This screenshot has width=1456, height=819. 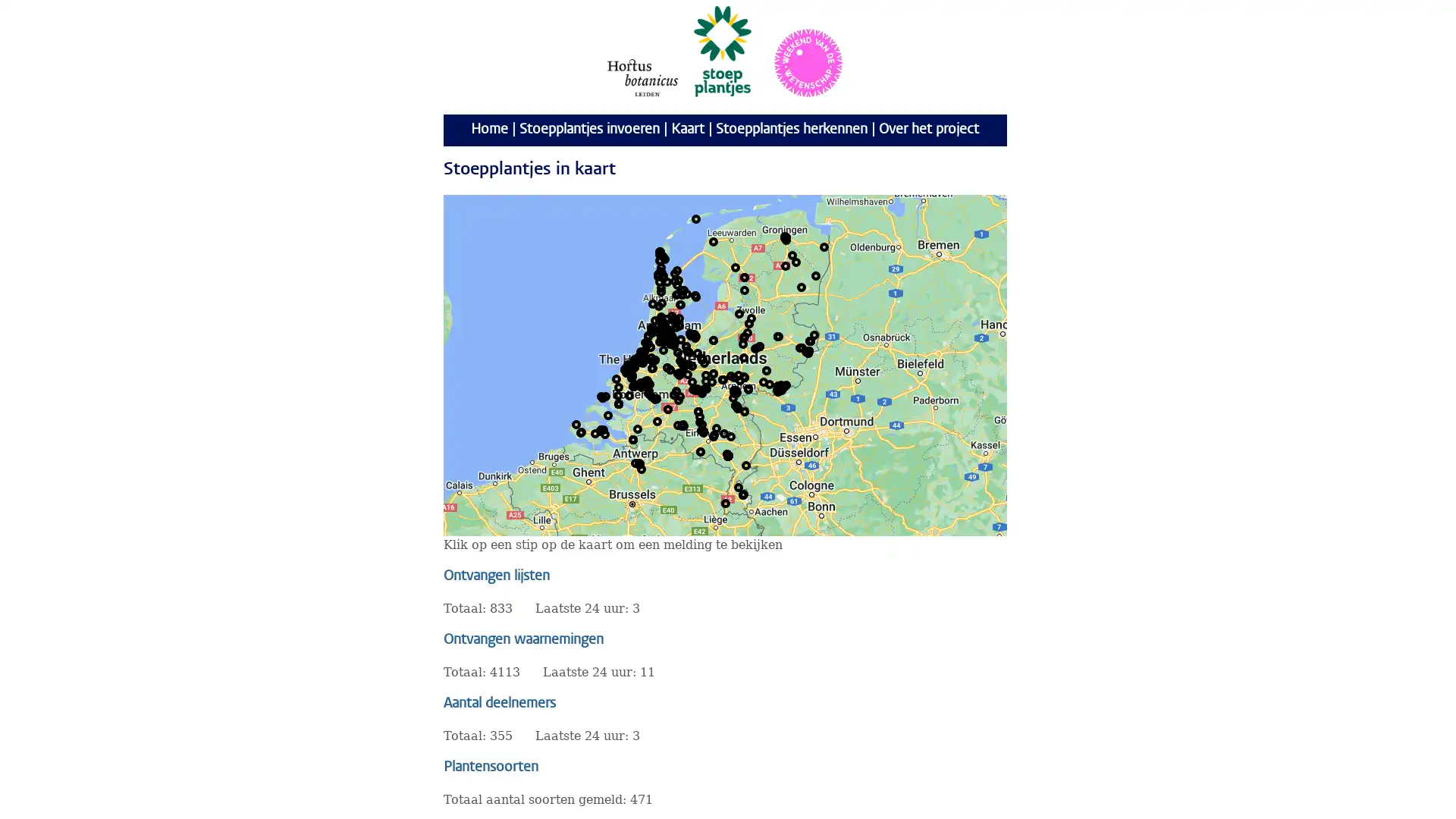 I want to click on Telling van Hailey op 04 oktober 2021, so click(x=808, y=339).